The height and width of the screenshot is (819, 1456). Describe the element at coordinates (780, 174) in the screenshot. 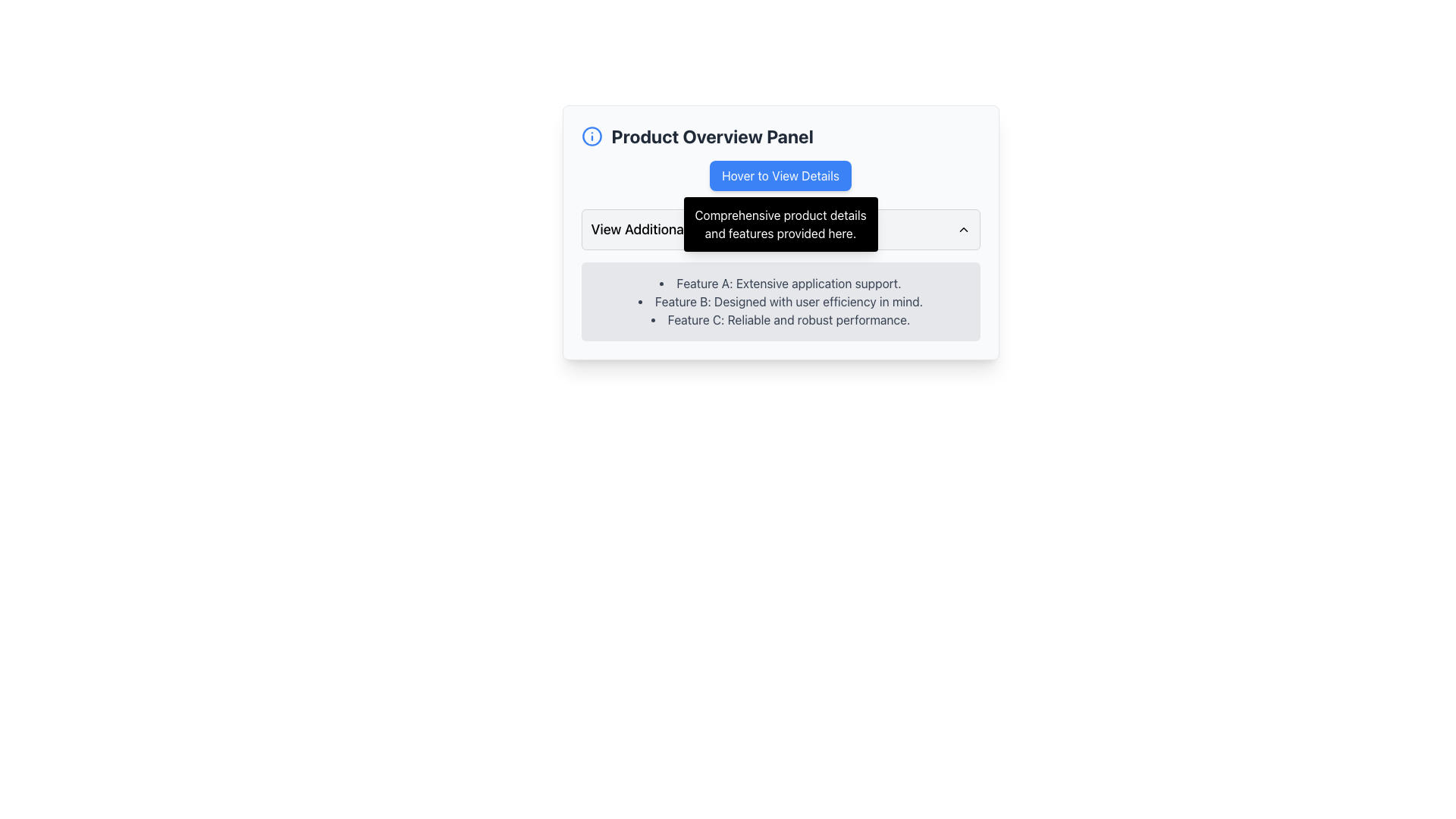

I see `the button that reveals additional product details, which activates a tooltip with further information` at that location.